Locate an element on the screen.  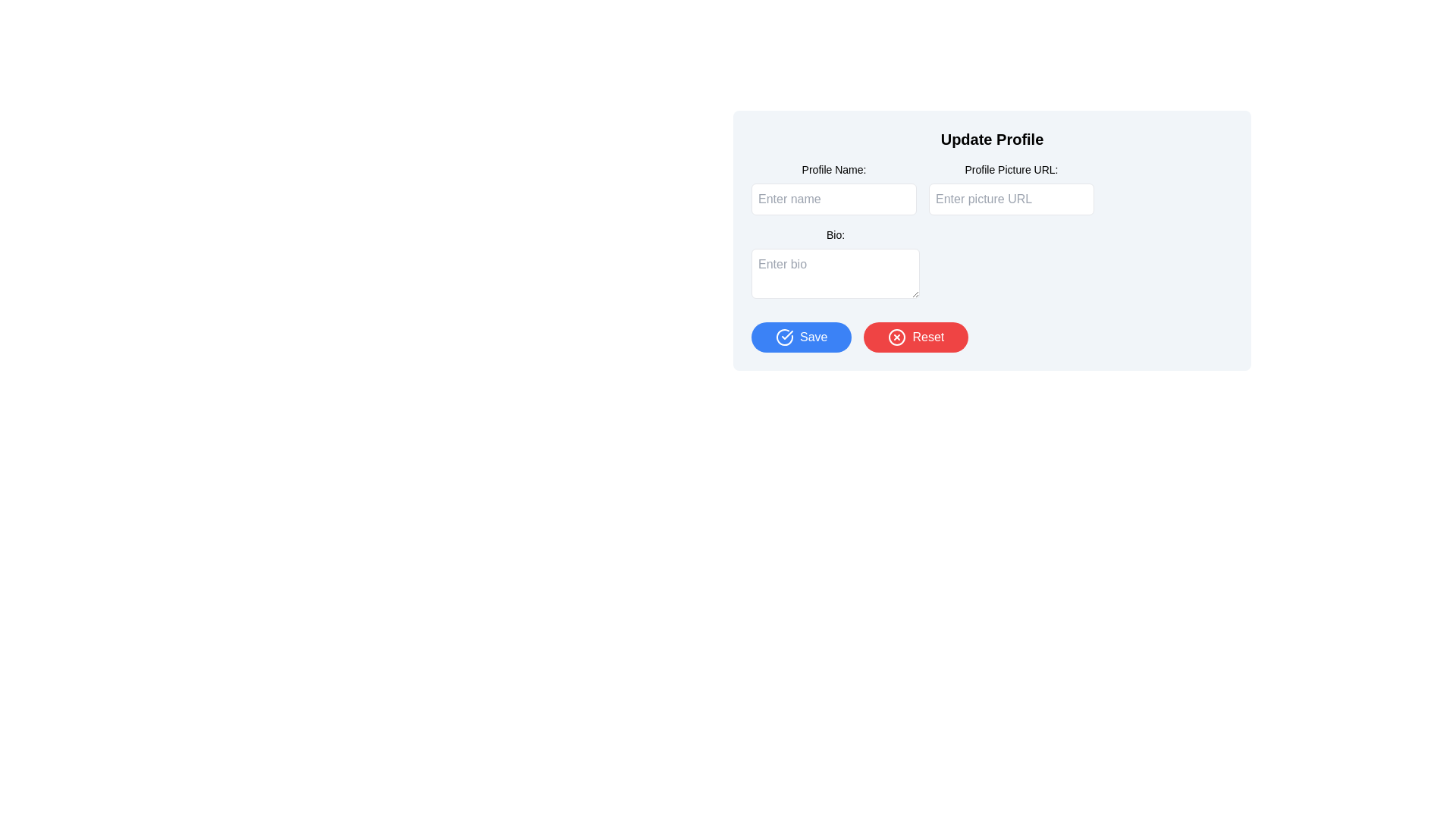
text of the label that provides context for the adjacent 'Enter bio' text area input field is located at coordinates (835, 234).